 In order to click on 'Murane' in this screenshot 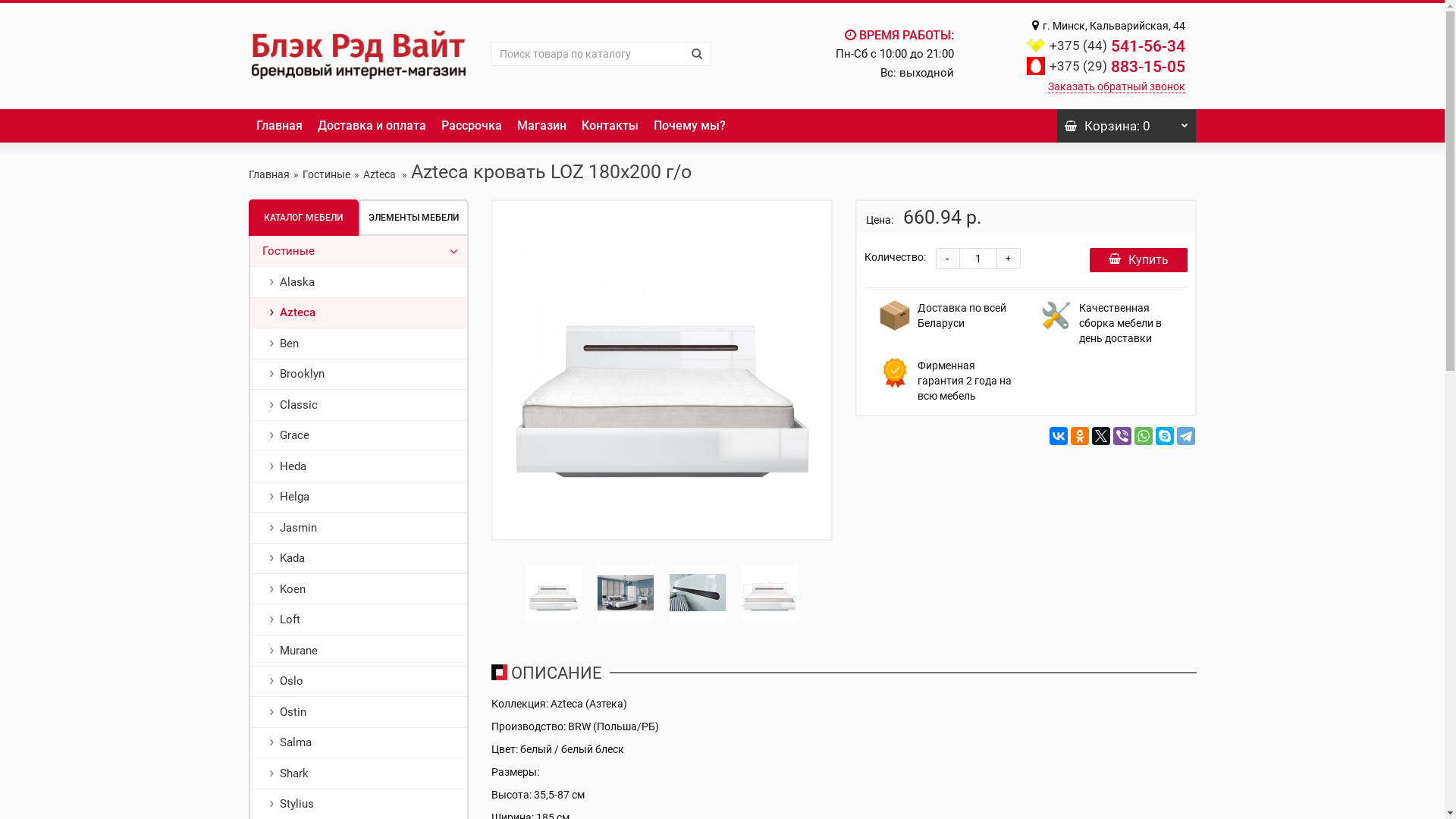, I will do `click(358, 649)`.